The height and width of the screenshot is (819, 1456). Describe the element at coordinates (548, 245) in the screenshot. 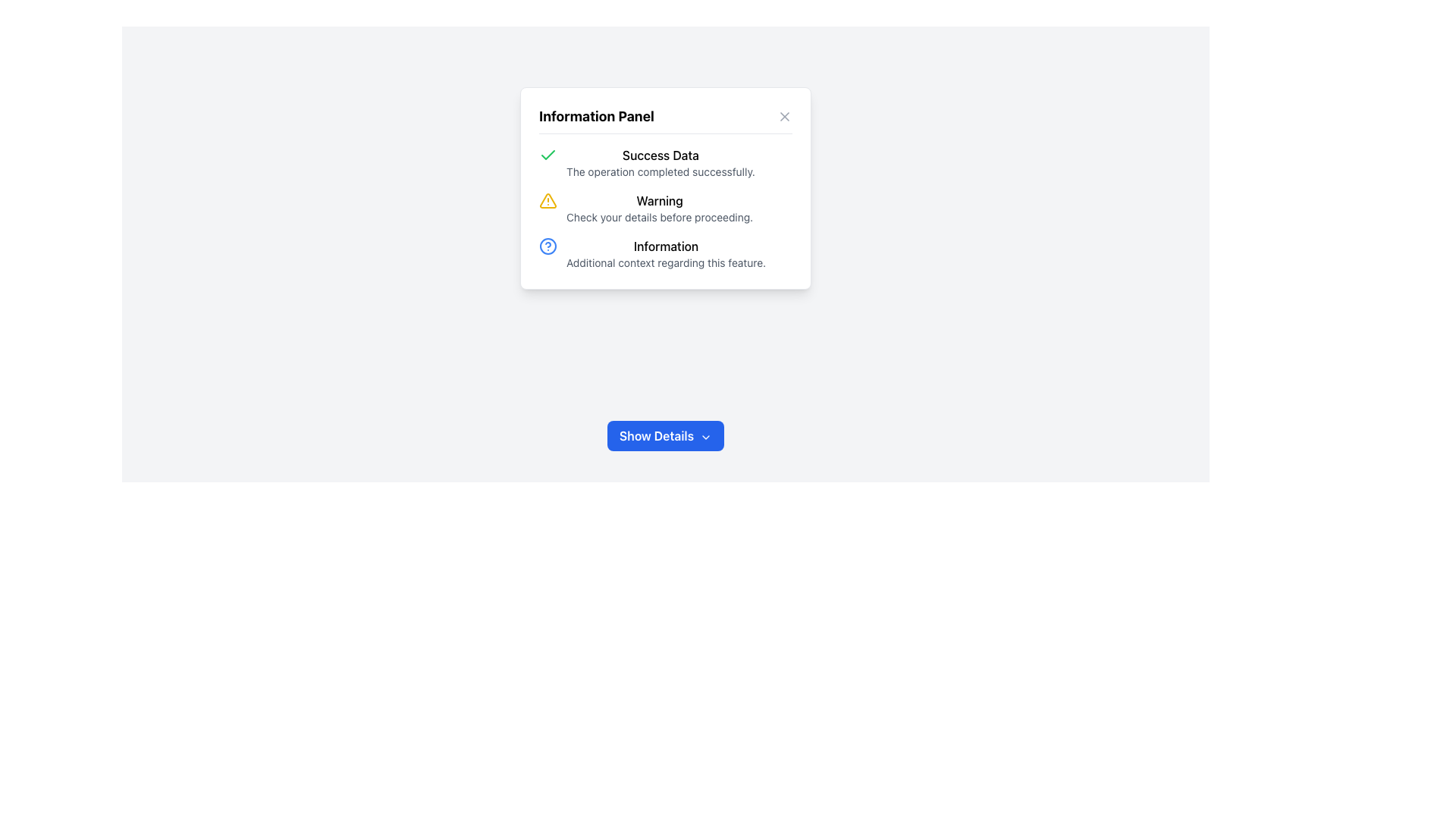

I see `the blue outlined circular icon with a question mark inside, located next to the 'Information' text in the third row of the panel` at that location.